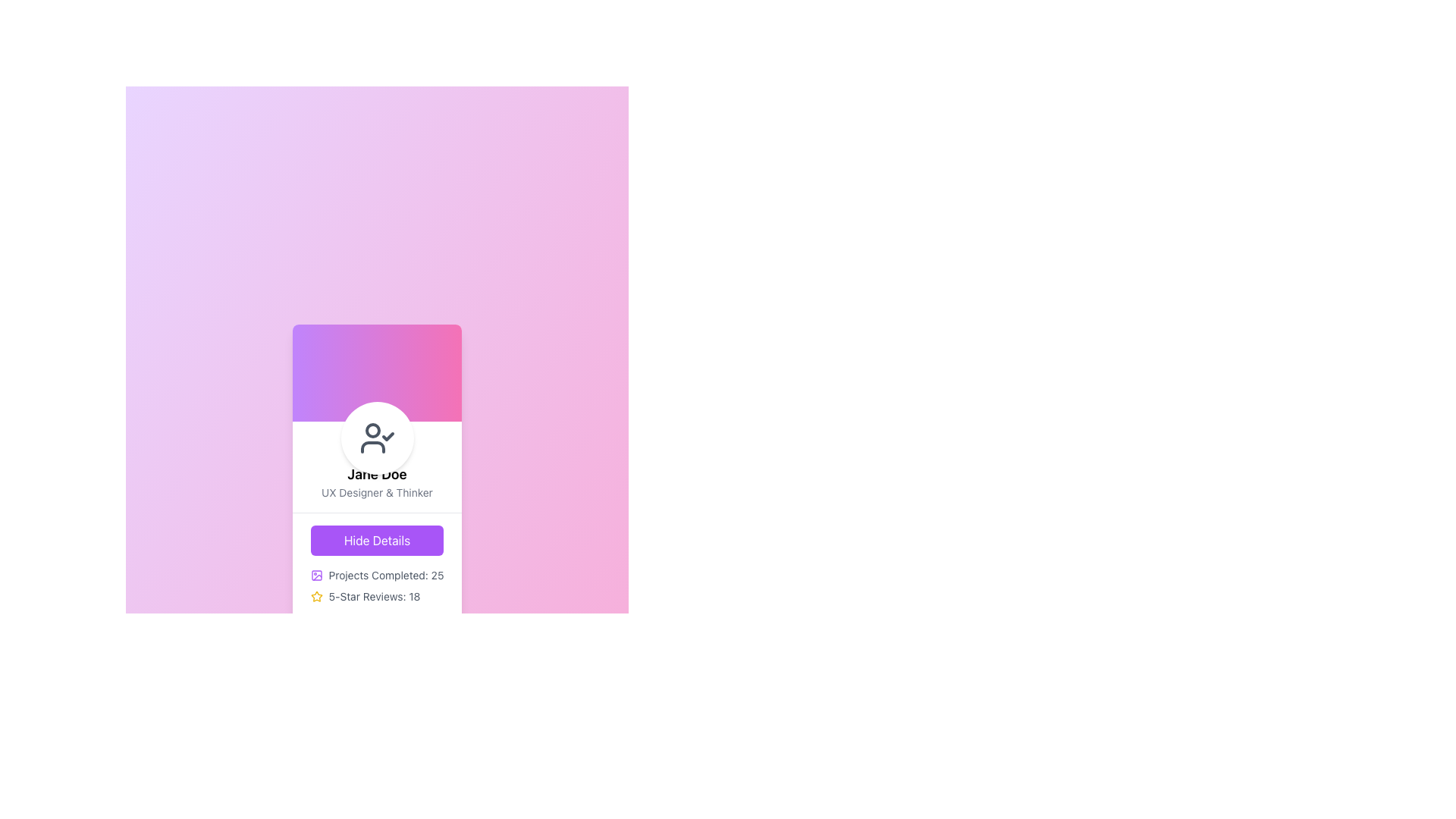 The image size is (1456, 819). What do you see at coordinates (377, 466) in the screenshot?
I see `the Text Display Block that displays the name and professional title of the person in the profile card, located just below the avatar and above the 'Hide Details' button` at bounding box center [377, 466].